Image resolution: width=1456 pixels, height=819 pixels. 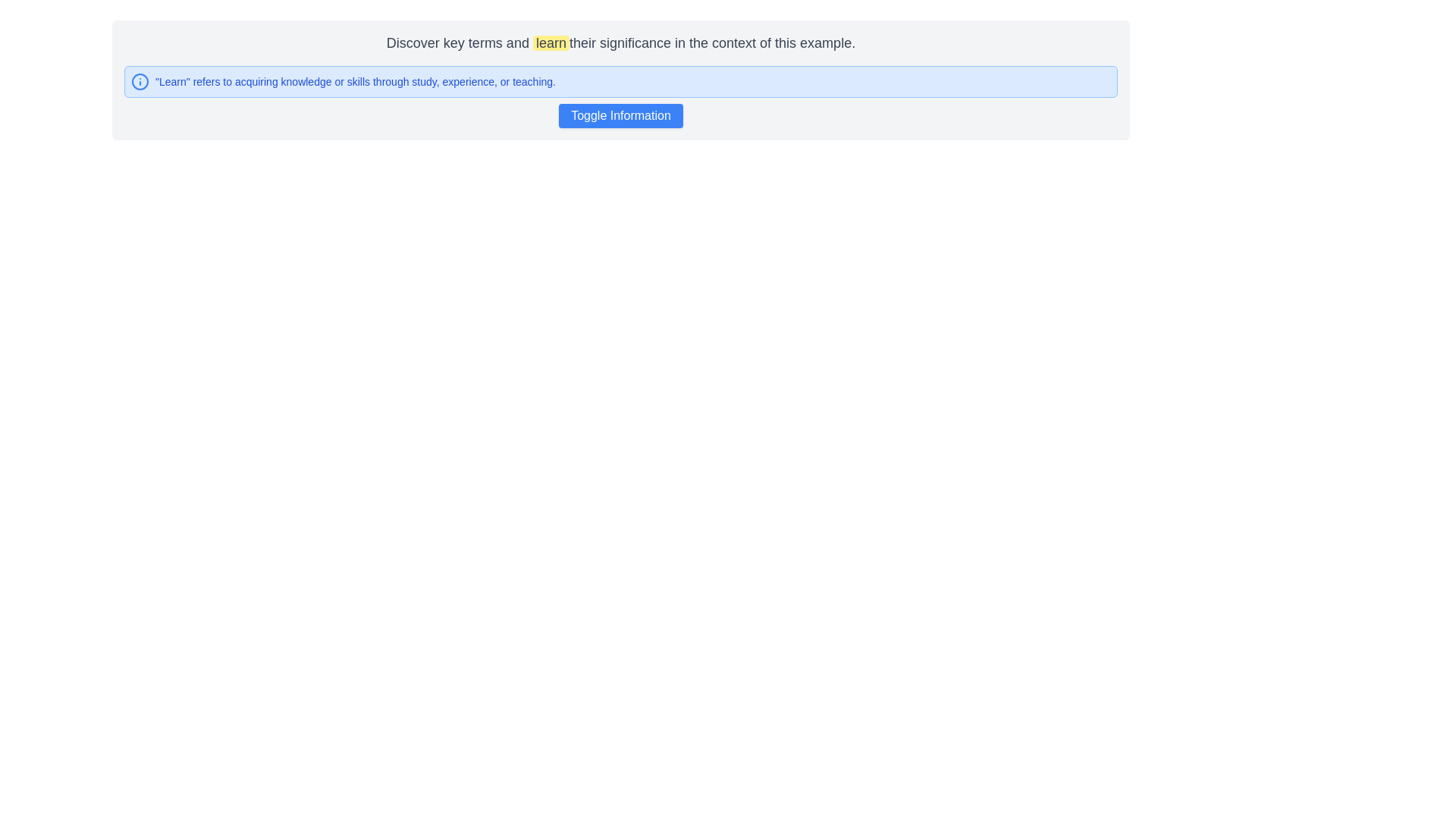 I want to click on the 'Toggle Information' button located below the main heading within the informational panel, so click(x=621, y=96).